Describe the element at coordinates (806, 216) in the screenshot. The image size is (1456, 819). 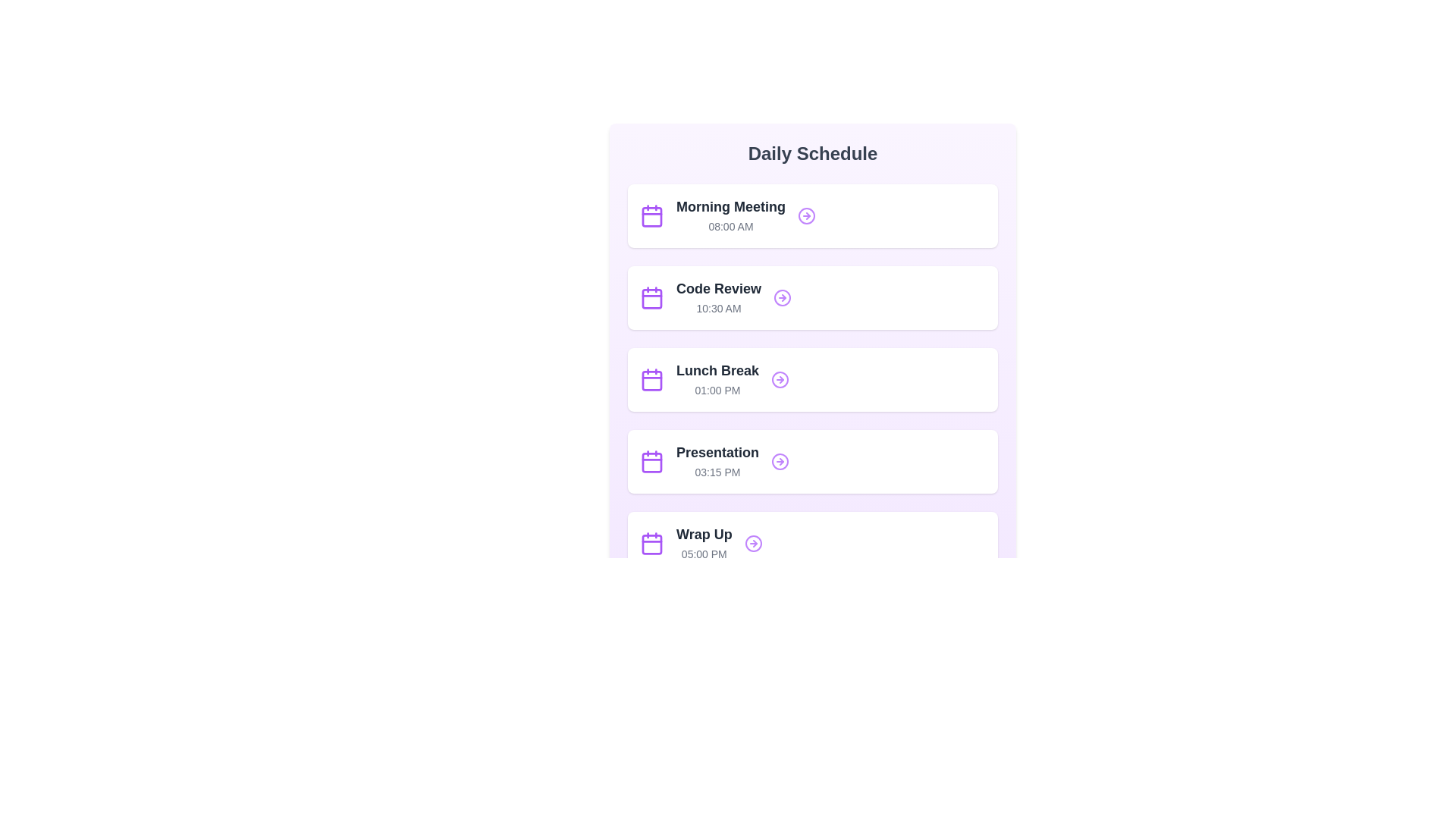
I see `the decorative graphic circle bordered by a purple stroke, located to the right of the 'Morning Meeting' schedule item` at that location.